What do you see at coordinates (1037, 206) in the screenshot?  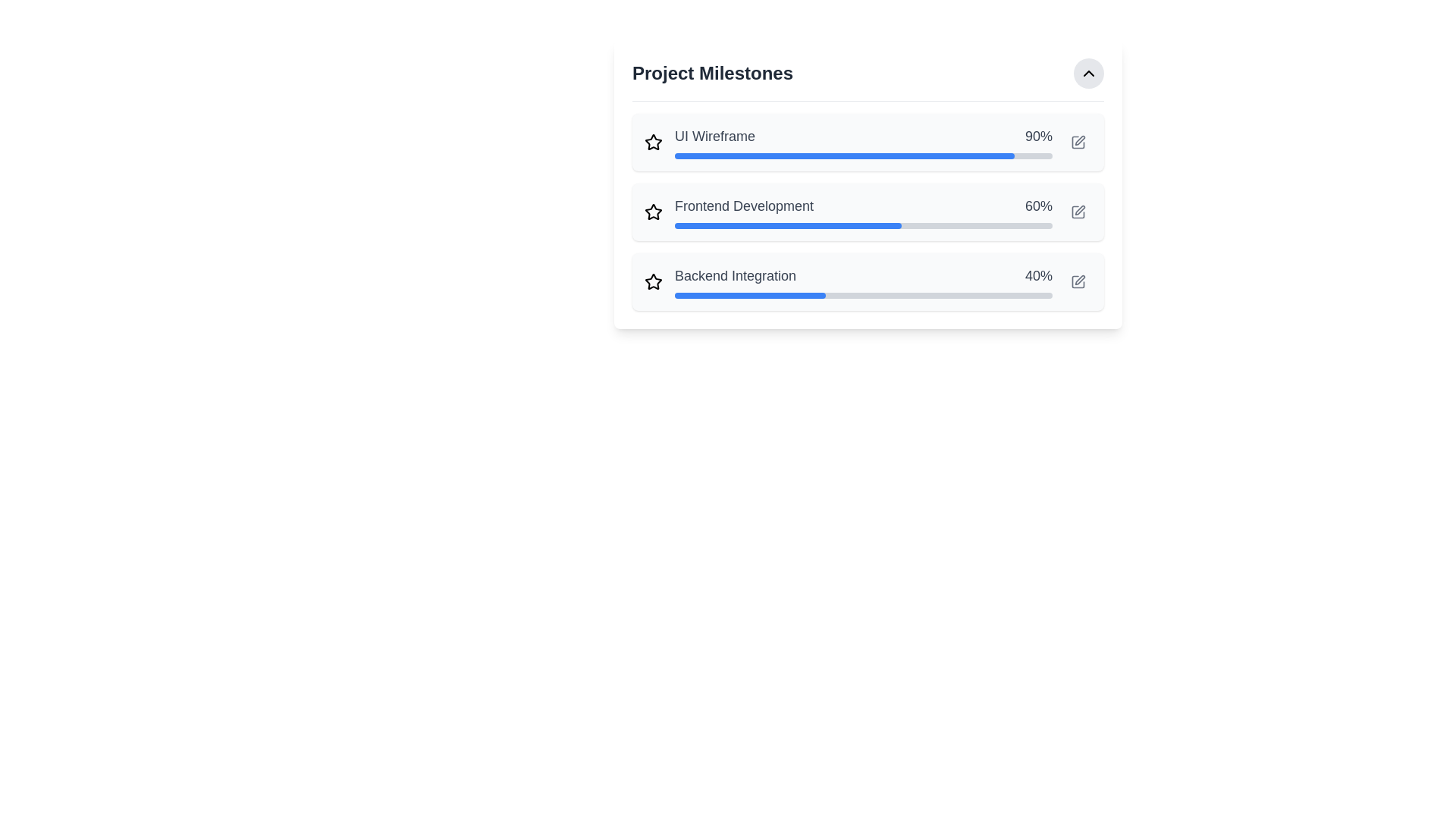 I see `the text element displaying '60%' in bold dark-gray font, which represents the completion percentage for 'Frontend Development'` at bounding box center [1037, 206].